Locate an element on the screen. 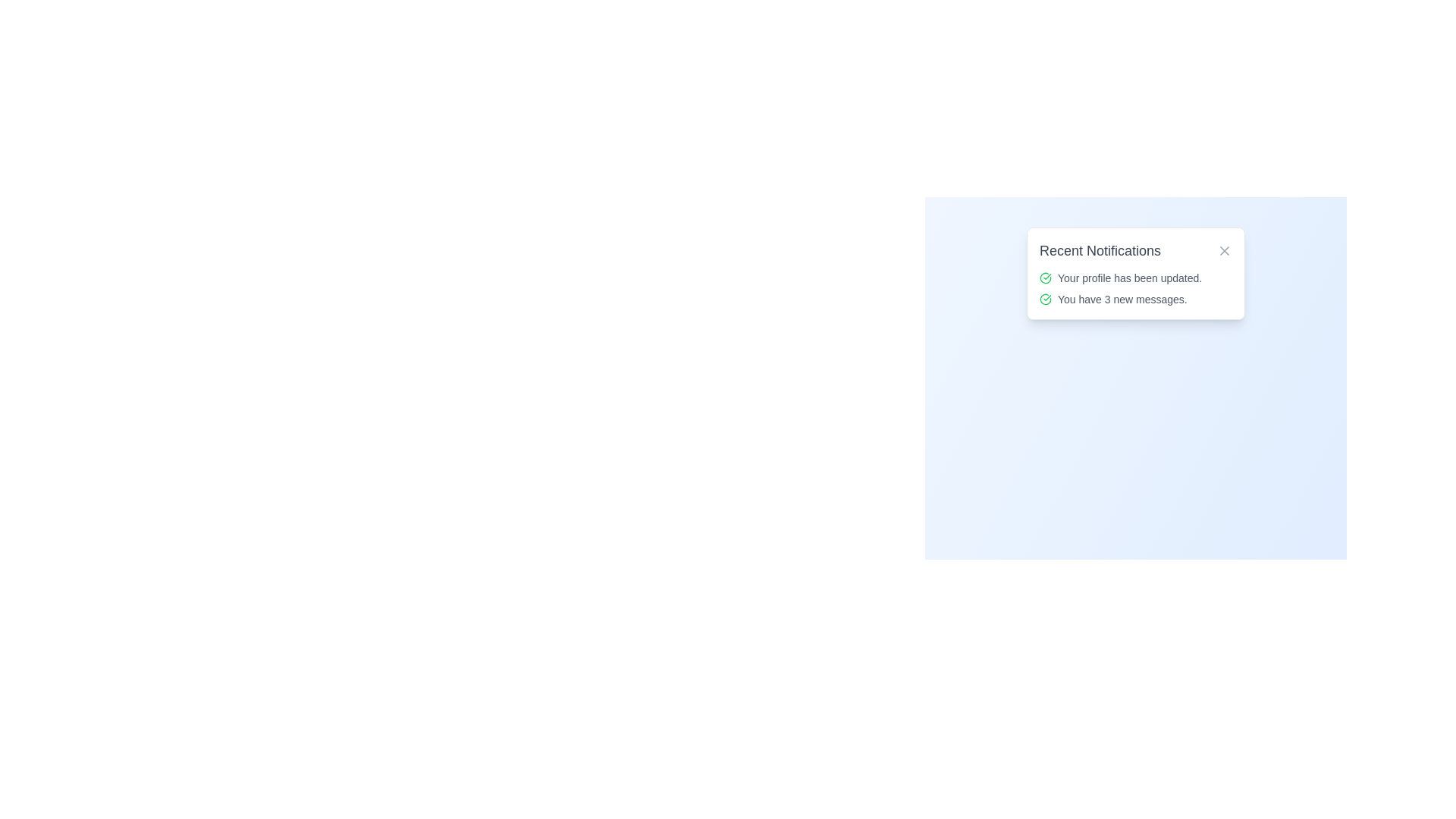  the green checkmark icon inside a circle that indicates a successful status, located to the left of the notification text 'Your profile has been updated.' in the 'Recent Notifications' panel is located at coordinates (1044, 278).